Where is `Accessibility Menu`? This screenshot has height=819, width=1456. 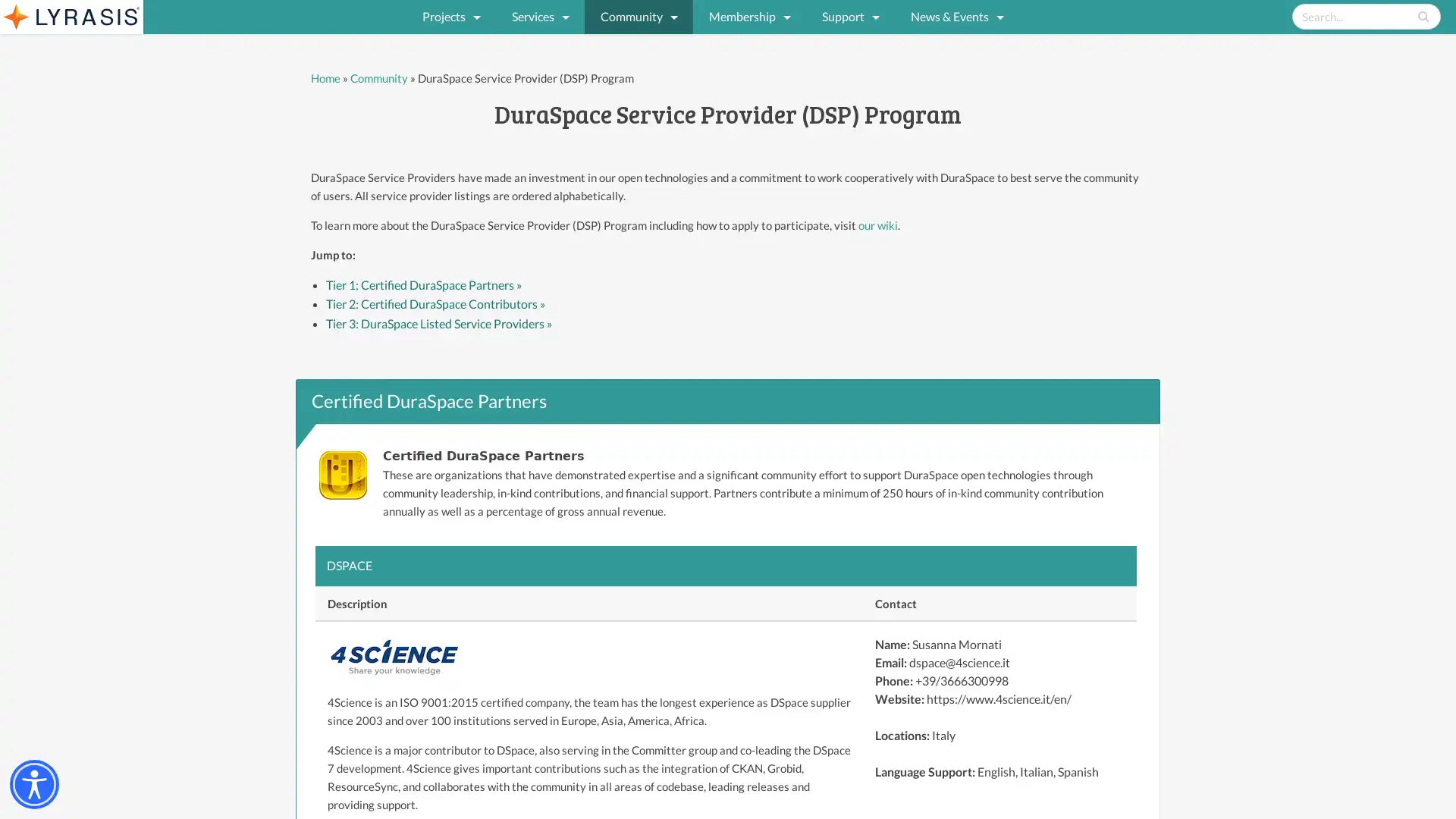
Accessibility Menu is located at coordinates (34, 784).